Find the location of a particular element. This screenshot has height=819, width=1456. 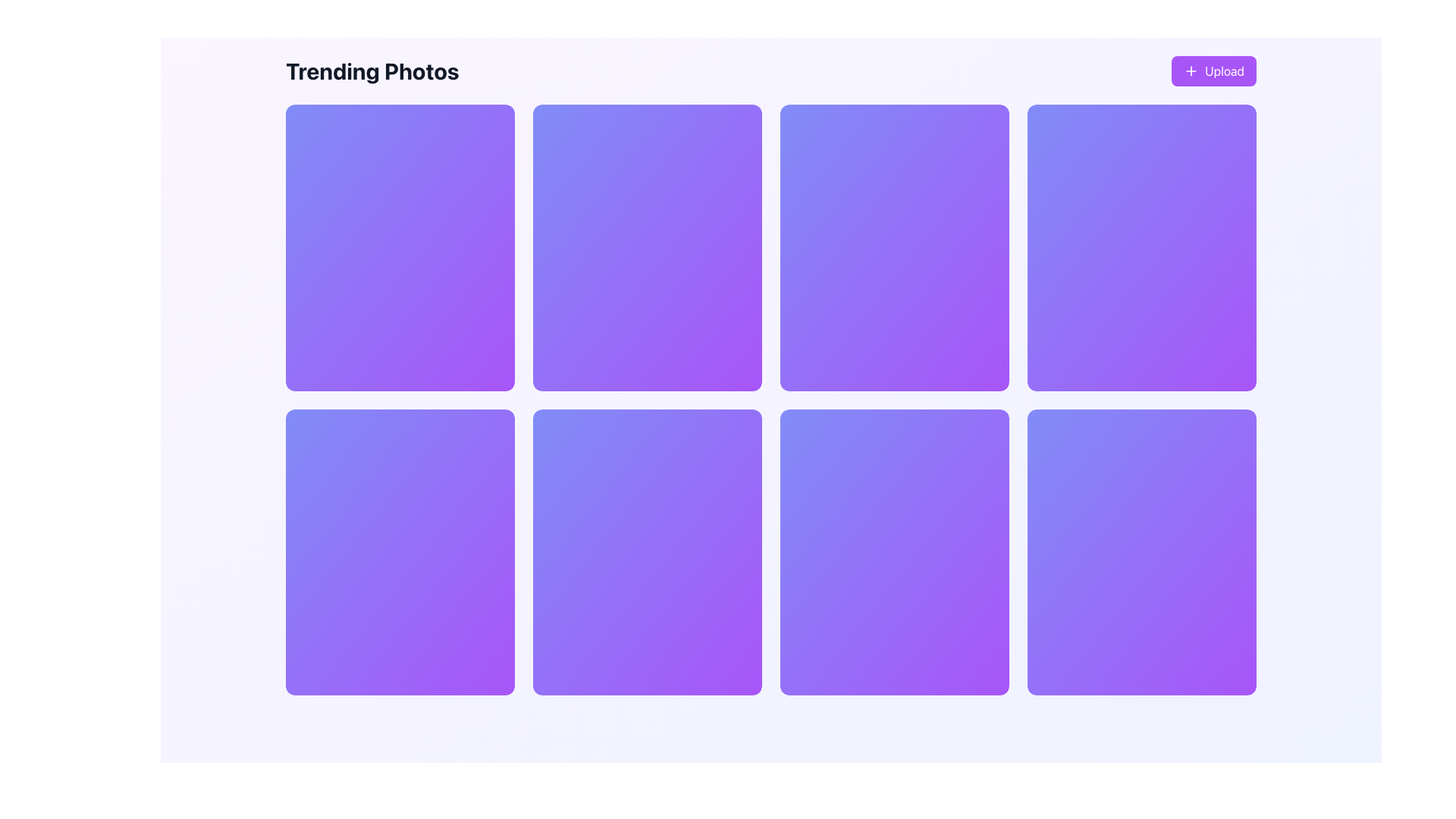

the Decorative SVG shape (circle) located within the fourth purple card from the left on the second row of the grid layout is located at coordinates (985, 433).